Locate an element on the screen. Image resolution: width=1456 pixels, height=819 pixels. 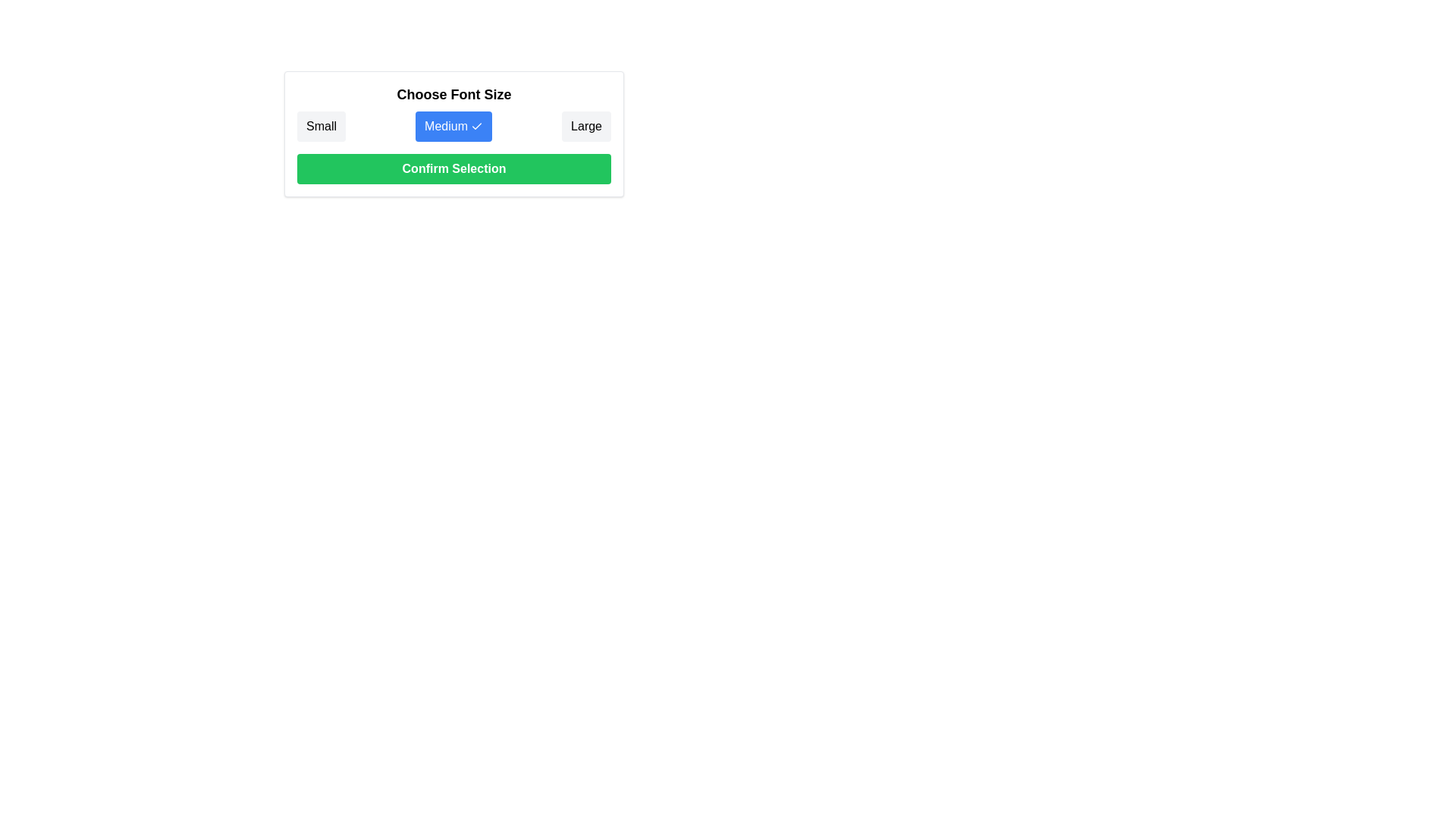
the button labeled 'Medium' which has a blue background and white text, positioned between 'Small' and 'Large' is located at coordinates (453, 125).